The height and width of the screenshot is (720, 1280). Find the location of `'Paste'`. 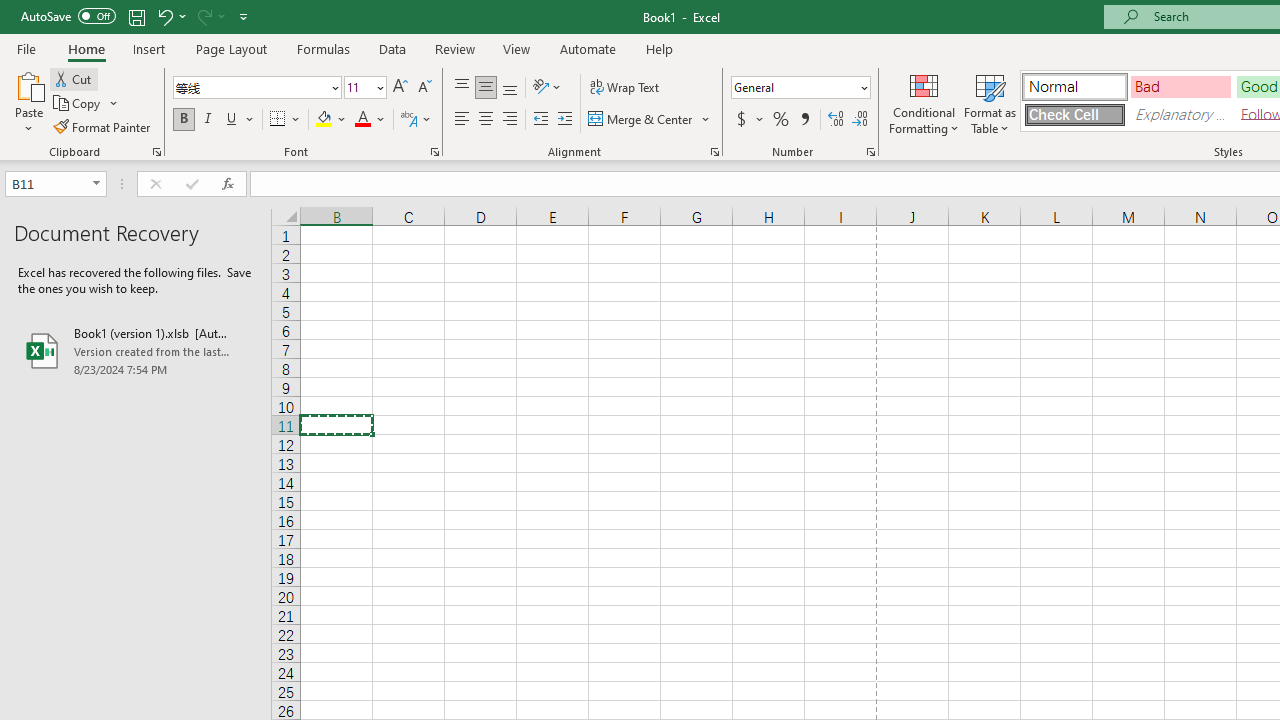

'Paste' is located at coordinates (28, 103).